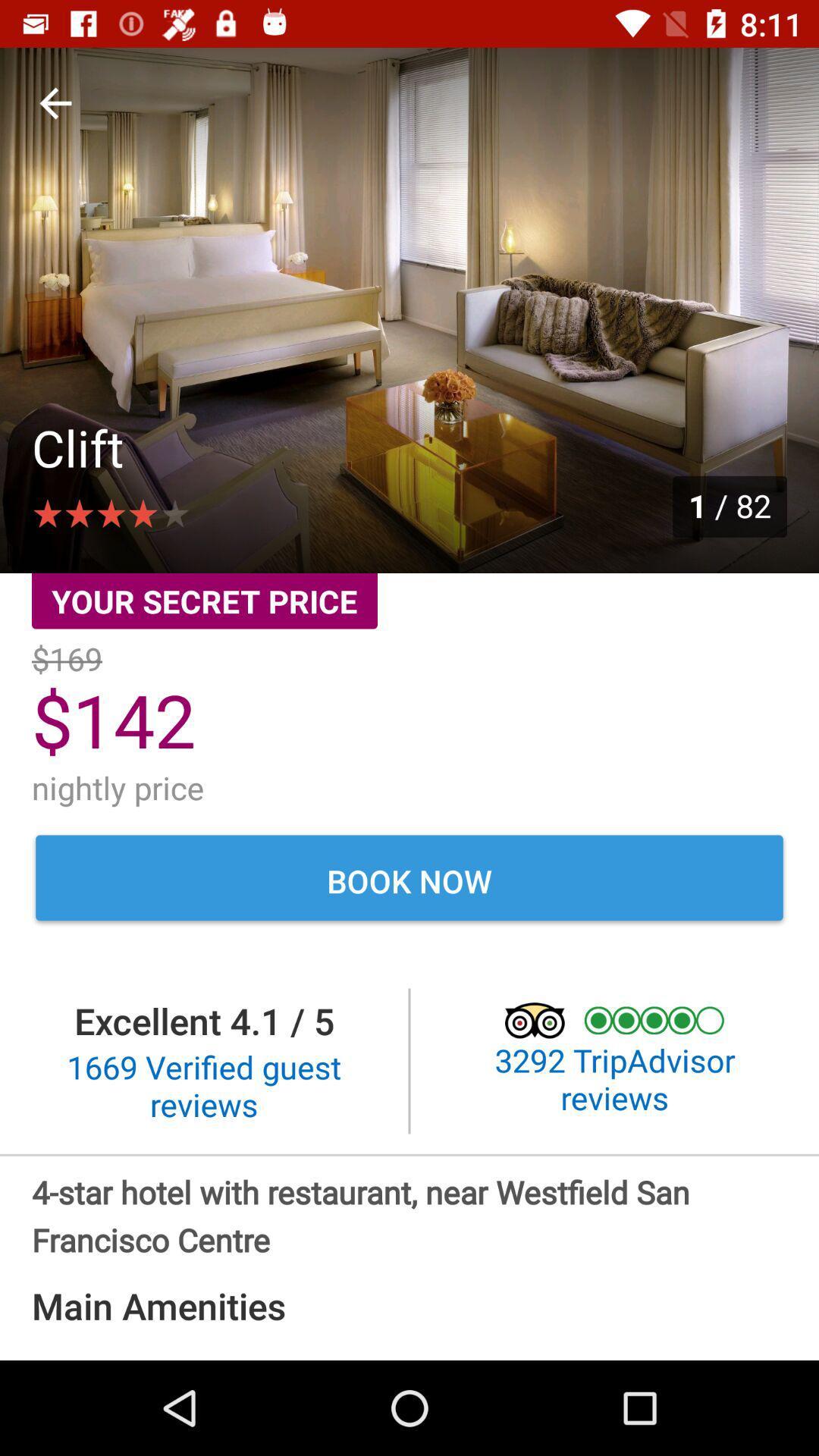  What do you see at coordinates (409, 880) in the screenshot?
I see `the item at the center` at bounding box center [409, 880].